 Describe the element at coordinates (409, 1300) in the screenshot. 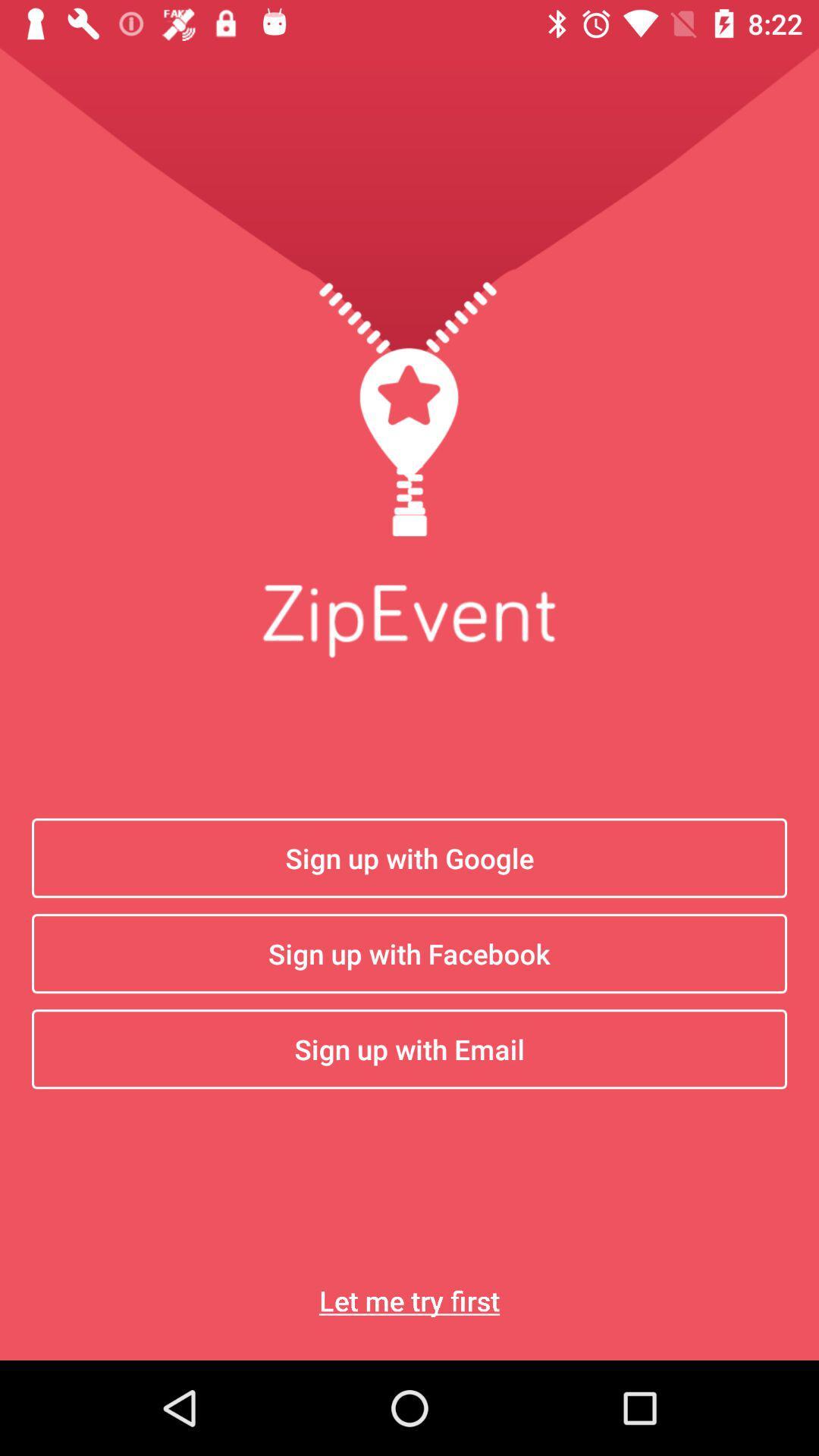

I see `the let me try button` at that location.